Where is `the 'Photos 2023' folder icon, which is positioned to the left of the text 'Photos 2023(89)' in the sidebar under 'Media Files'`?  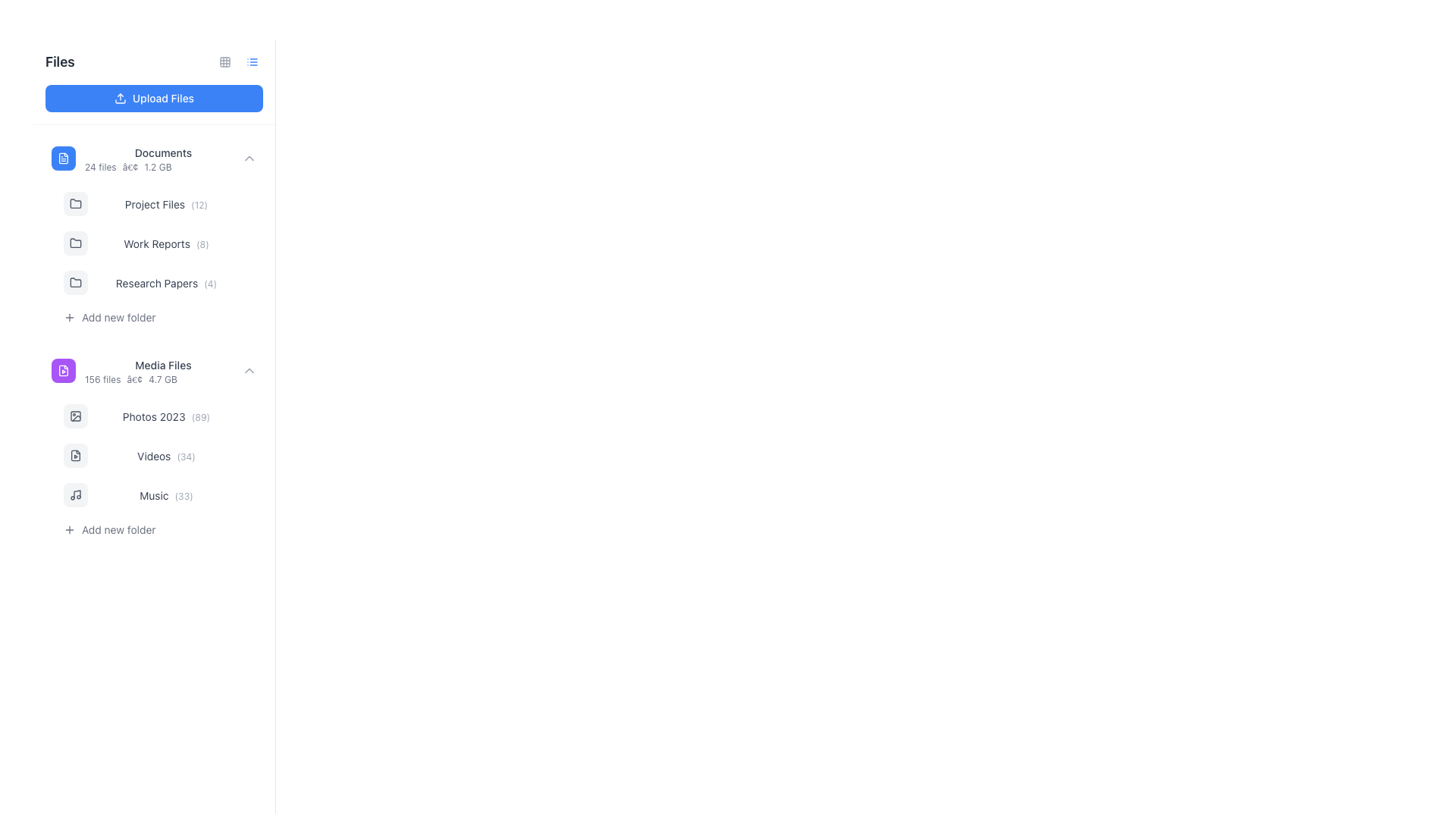 the 'Photos 2023' folder icon, which is positioned to the left of the text 'Photos 2023(89)' in the sidebar under 'Media Files' is located at coordinates (75, 416).